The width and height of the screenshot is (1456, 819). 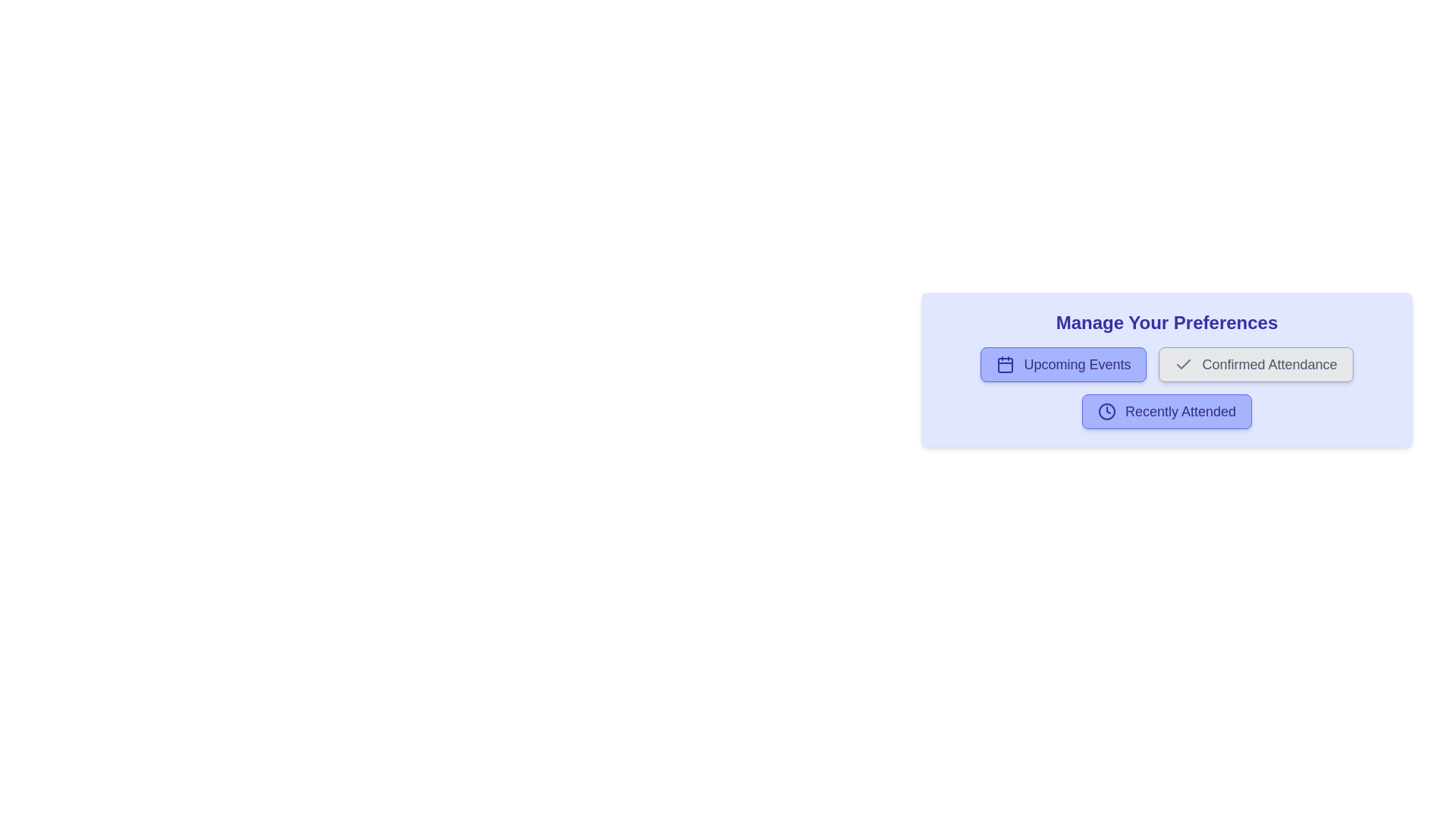 I want to click on the icon of the Confirmed Attendance button to toggle its state, so click(x=1183, y=365).